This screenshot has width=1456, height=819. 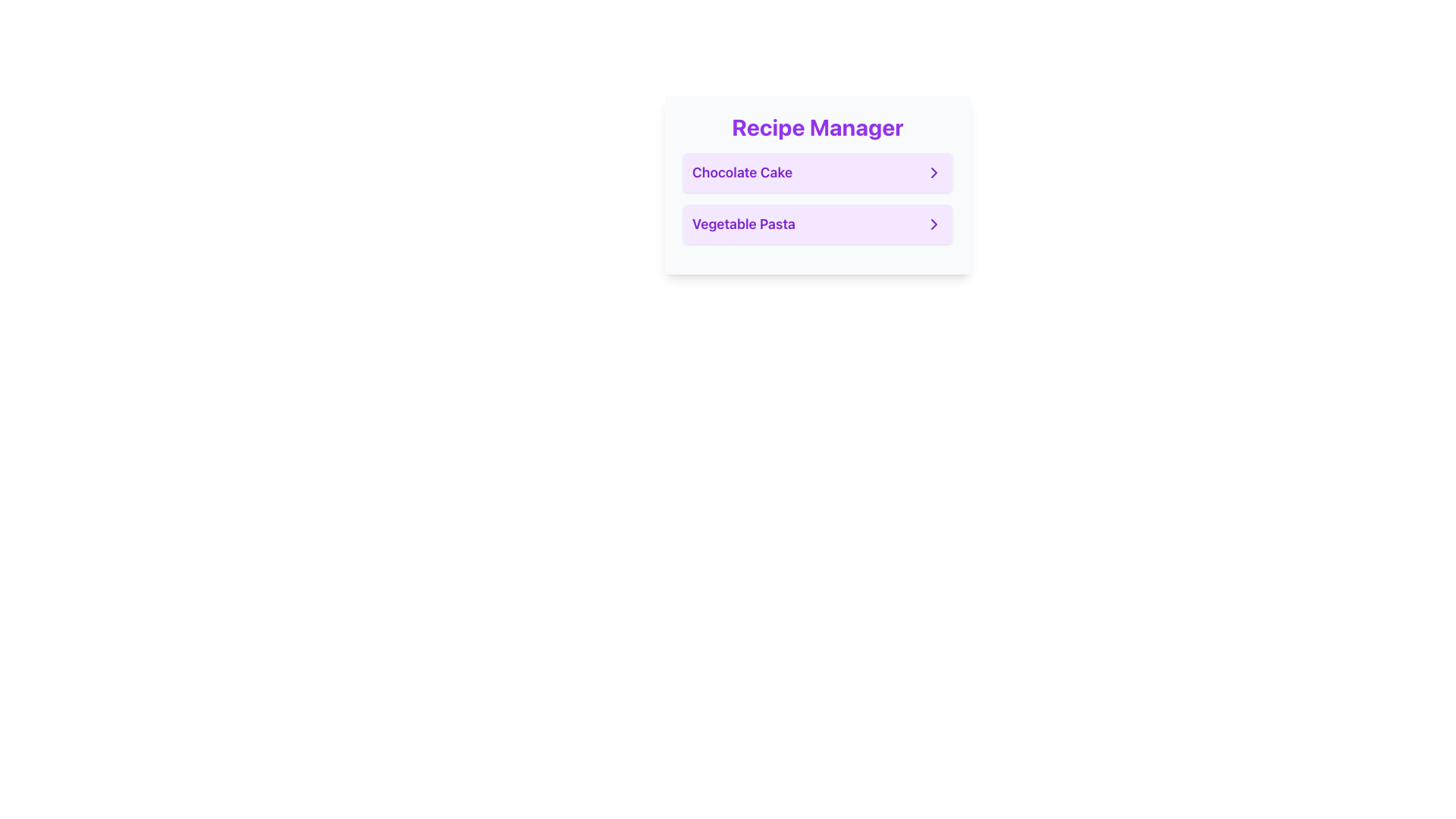 I want to click on the right-pointing chevron icon within the 'Chocolate Cake' button, so click(x=934, y=171).